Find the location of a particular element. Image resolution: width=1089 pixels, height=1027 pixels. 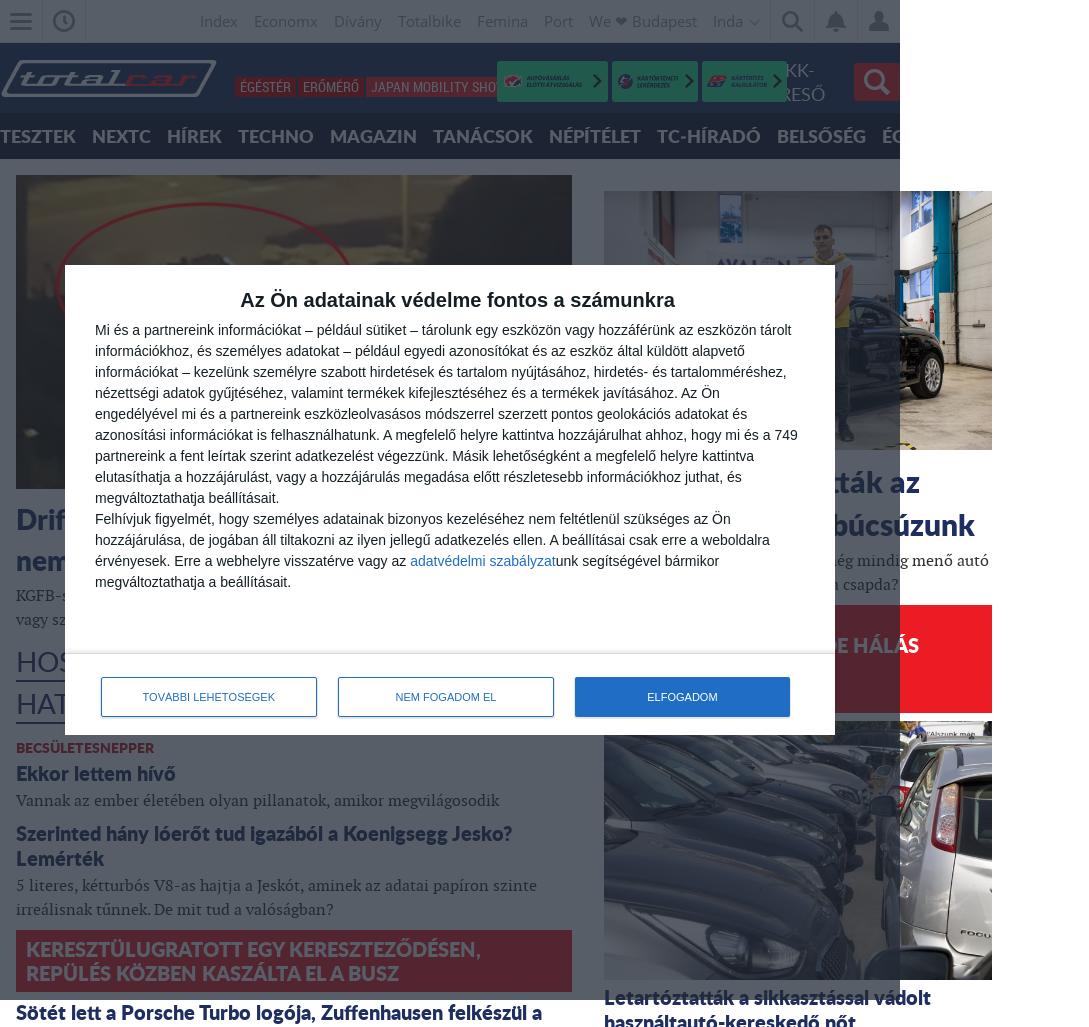

'Nem tépi le a fejed, de hálás leszel érte' is located at coordinates (766, 655).